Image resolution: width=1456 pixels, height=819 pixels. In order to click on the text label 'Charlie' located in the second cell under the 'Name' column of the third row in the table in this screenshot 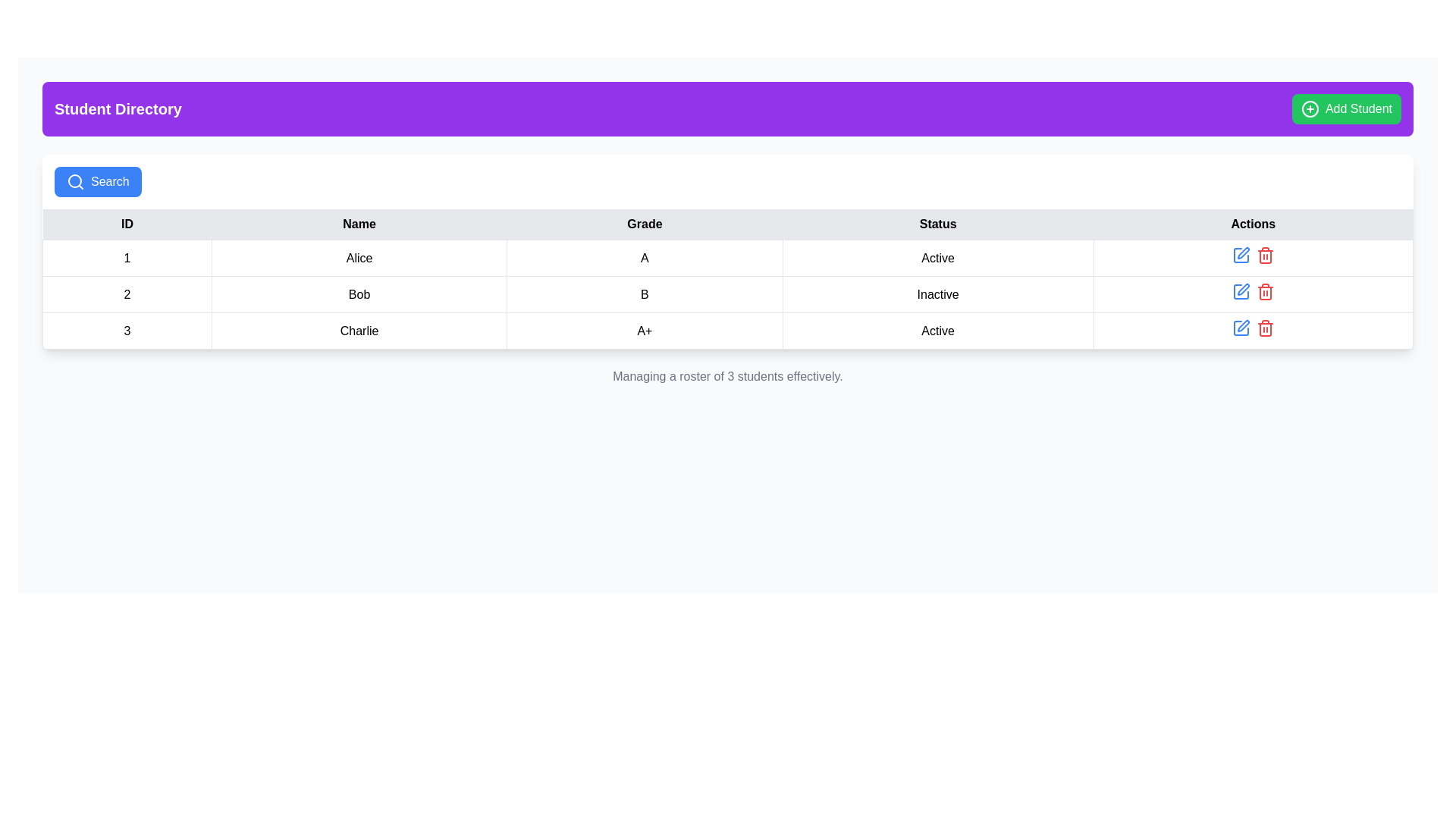, I will do `click(359, 330)`.